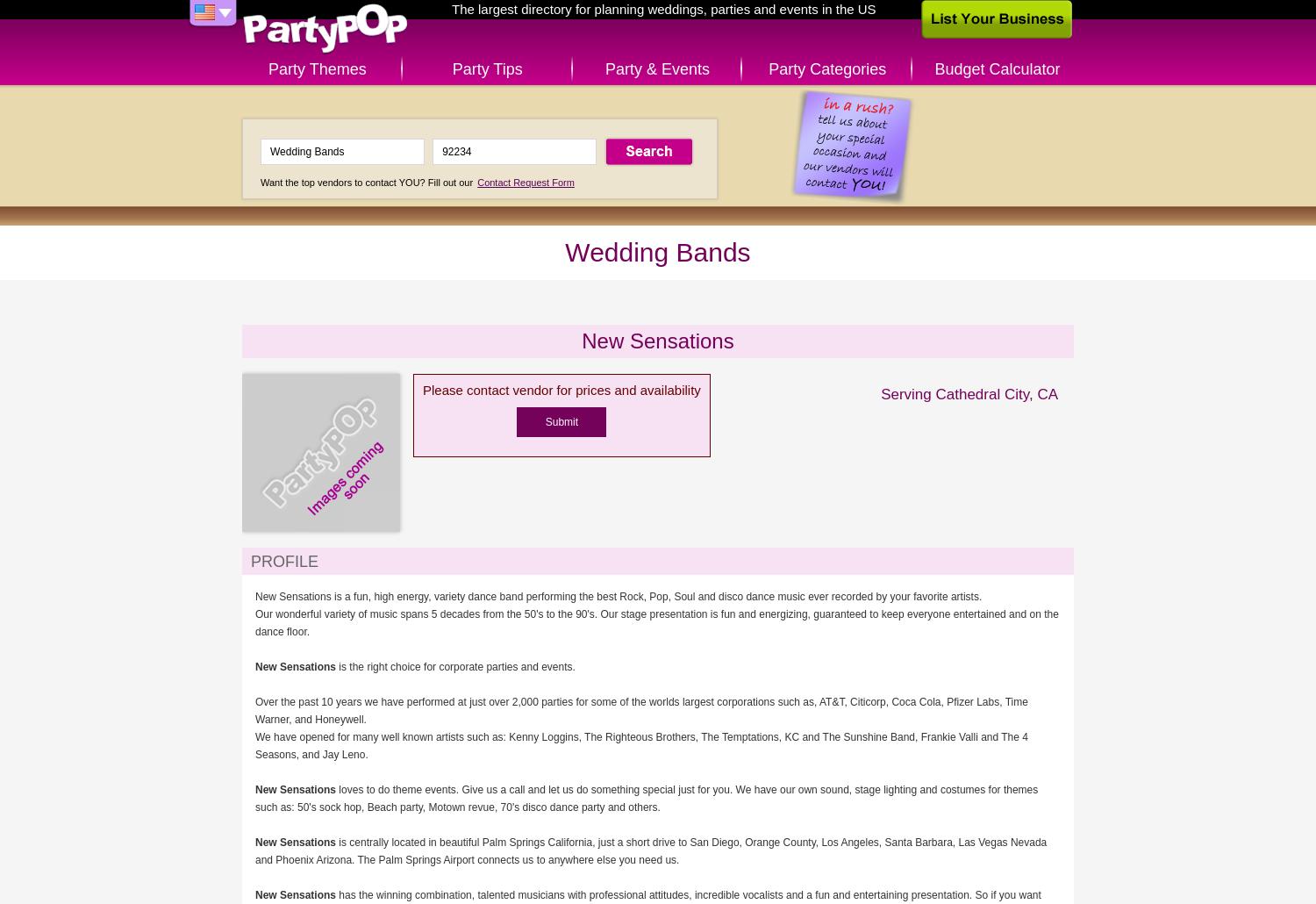  What do you see at coordinates (997, 69) in the screenshot?
I see `'Budget Calculator'` at bounding box center [997, 69].